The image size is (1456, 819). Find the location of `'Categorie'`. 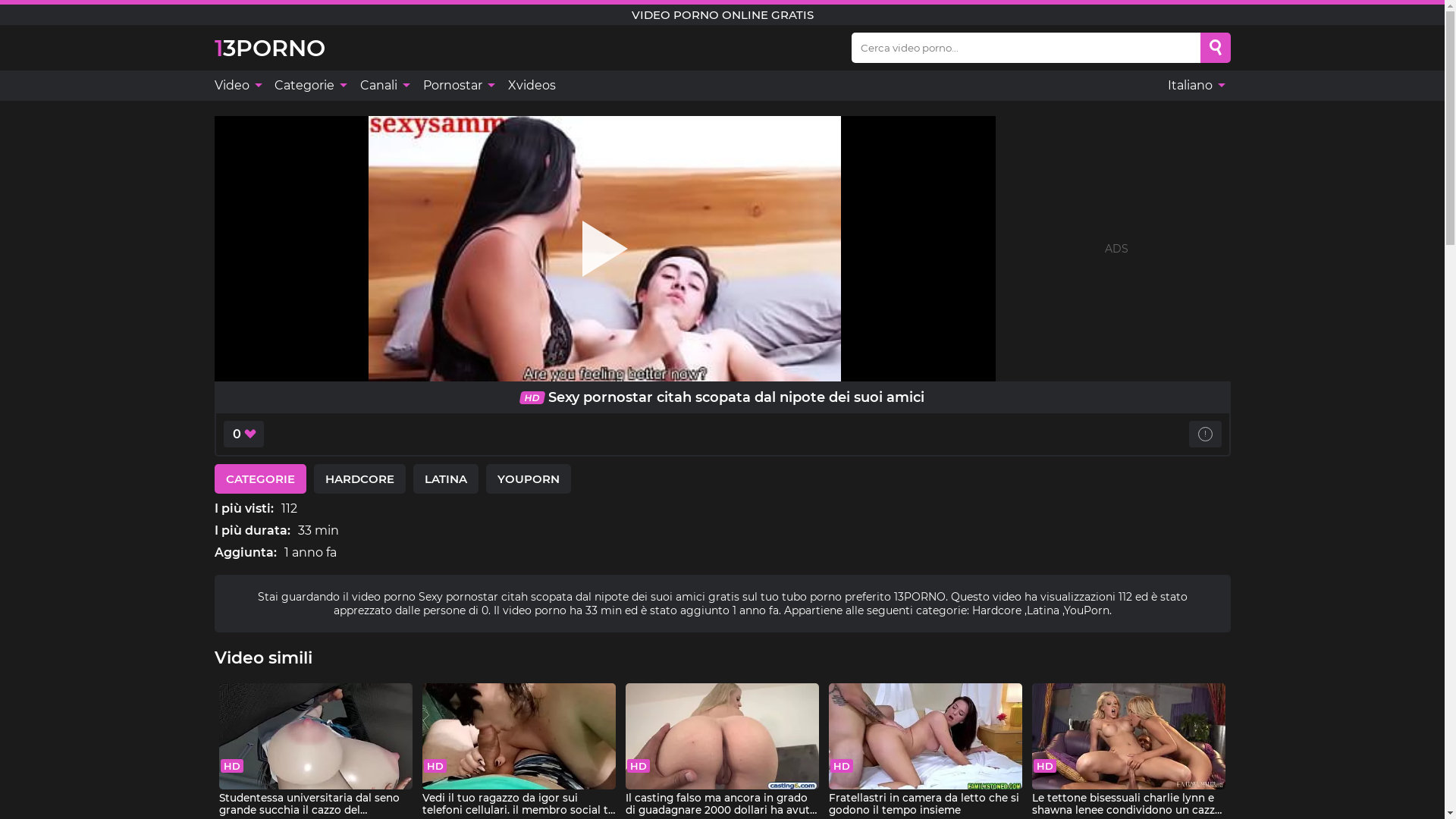

'Categorie' is located at coordinates (309, 85).